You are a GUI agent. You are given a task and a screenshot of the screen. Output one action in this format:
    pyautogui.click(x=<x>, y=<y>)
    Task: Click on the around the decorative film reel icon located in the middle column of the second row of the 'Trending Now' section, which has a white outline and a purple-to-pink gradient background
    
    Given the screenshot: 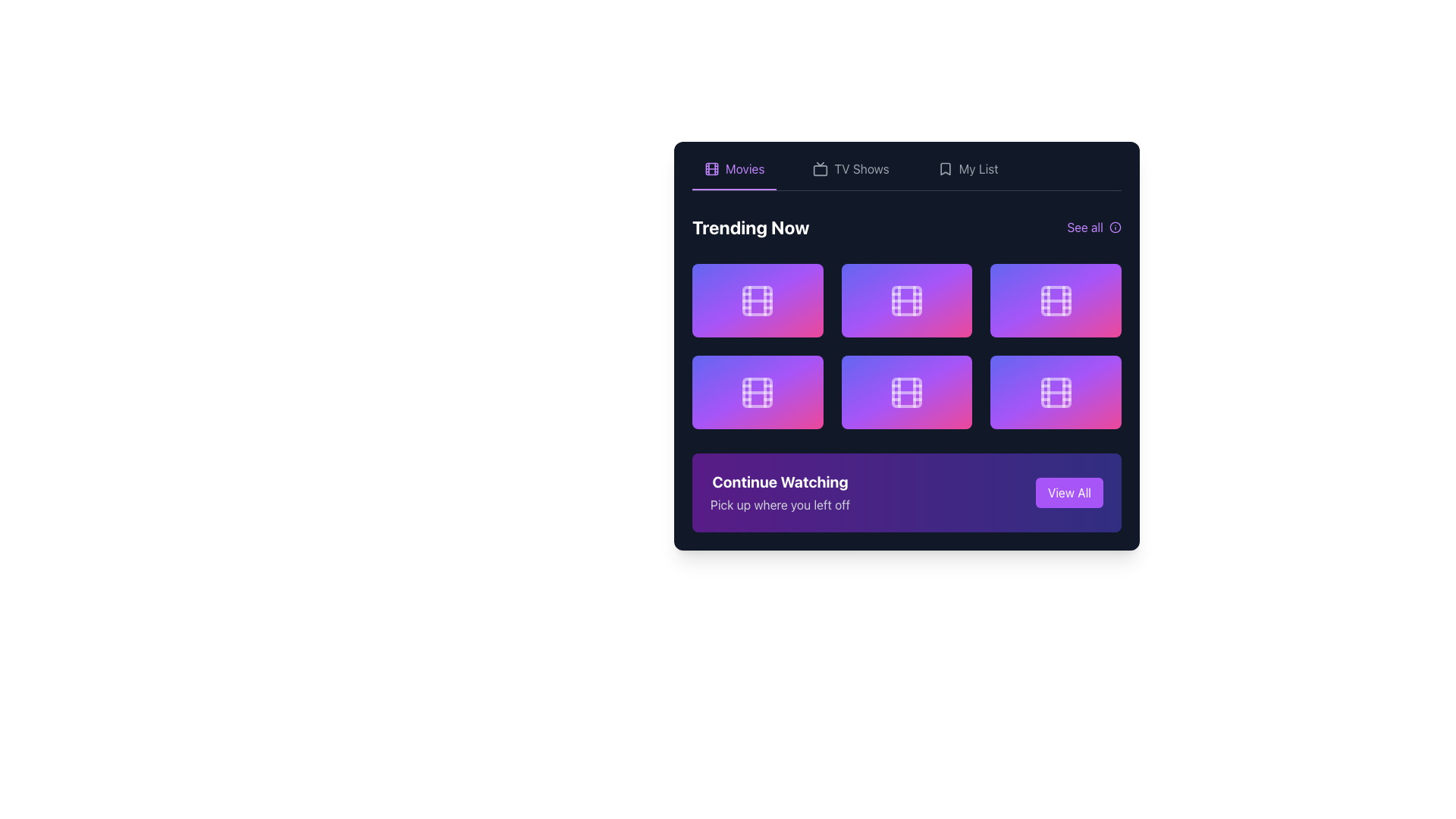 What is the action you would take?
    pyautogui.click(x=906, y=391)
    